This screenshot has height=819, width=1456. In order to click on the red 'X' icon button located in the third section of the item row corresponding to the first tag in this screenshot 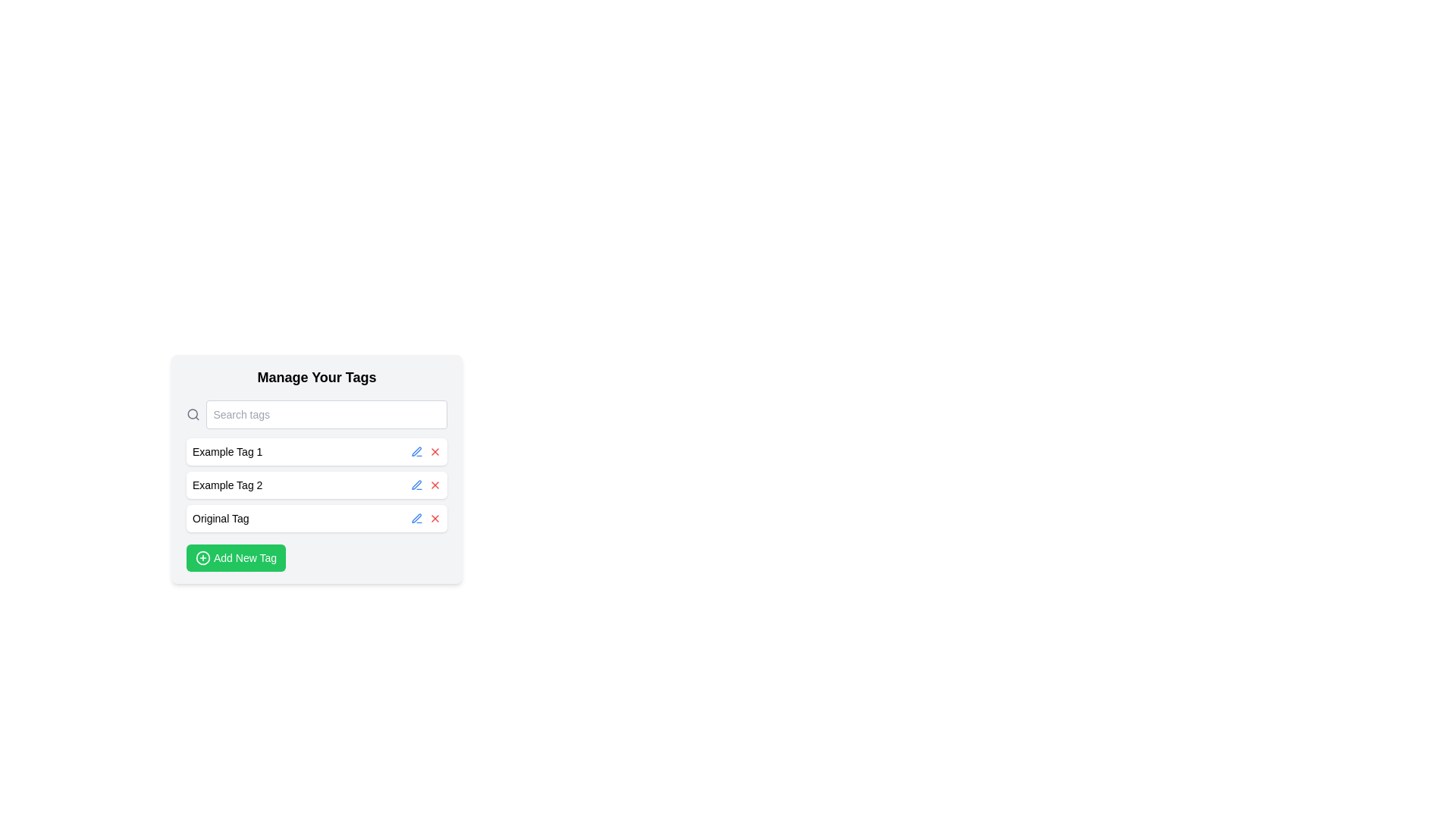, I will do `click(435, 451)`.